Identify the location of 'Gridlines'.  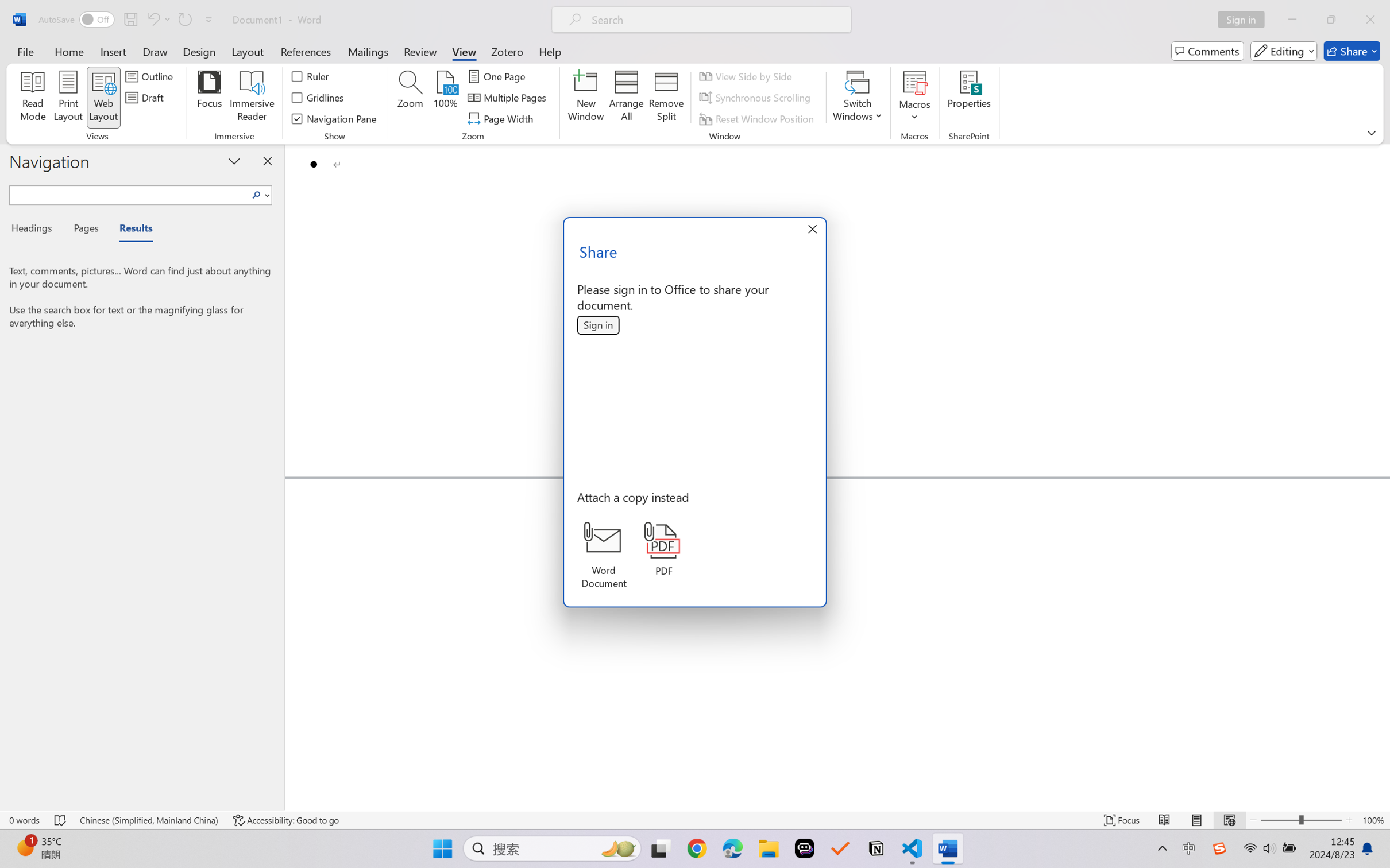
(318, 98).